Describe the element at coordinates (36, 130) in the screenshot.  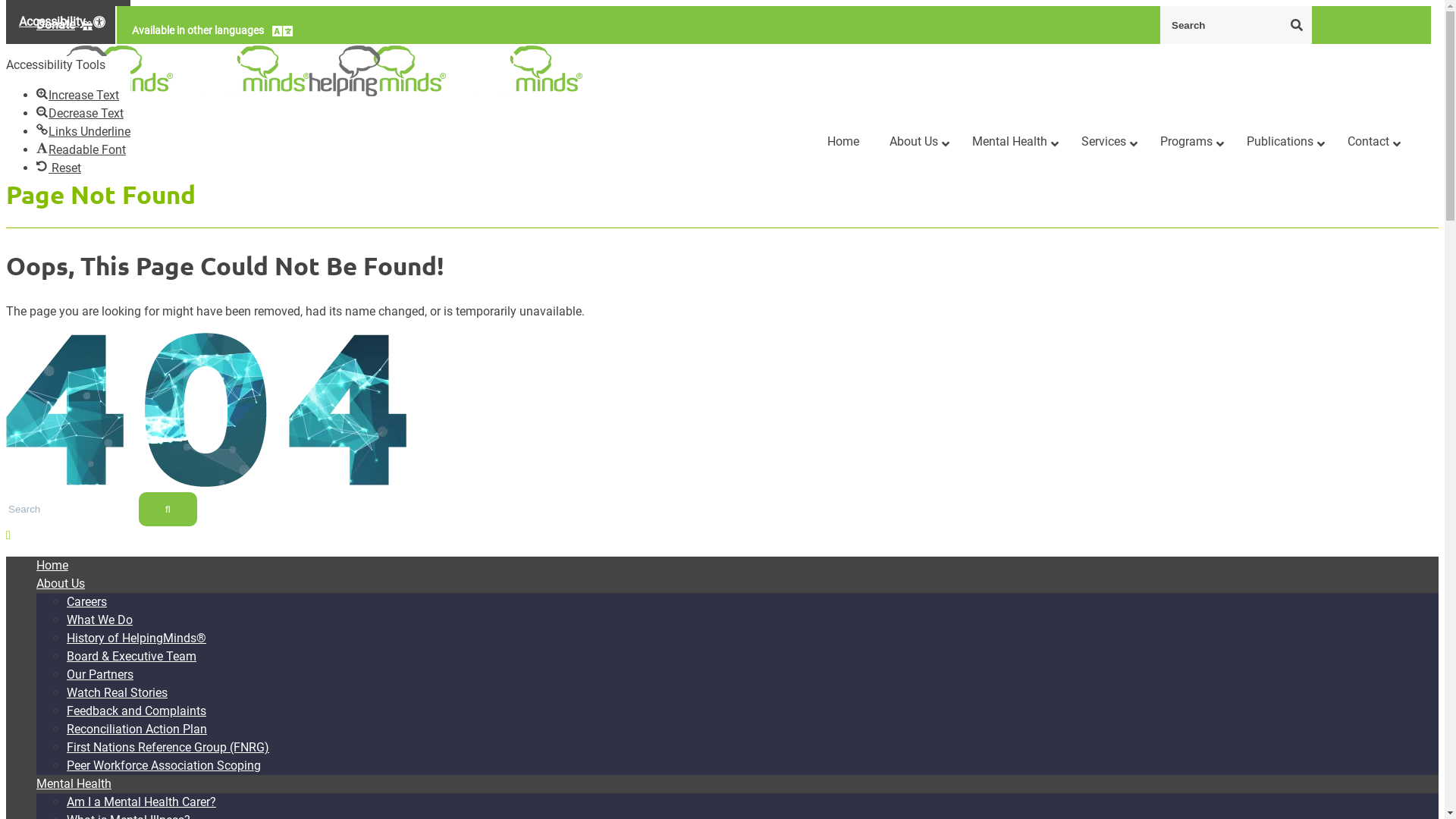
I see `'Links UnderlineLinks Underline'` at that location.